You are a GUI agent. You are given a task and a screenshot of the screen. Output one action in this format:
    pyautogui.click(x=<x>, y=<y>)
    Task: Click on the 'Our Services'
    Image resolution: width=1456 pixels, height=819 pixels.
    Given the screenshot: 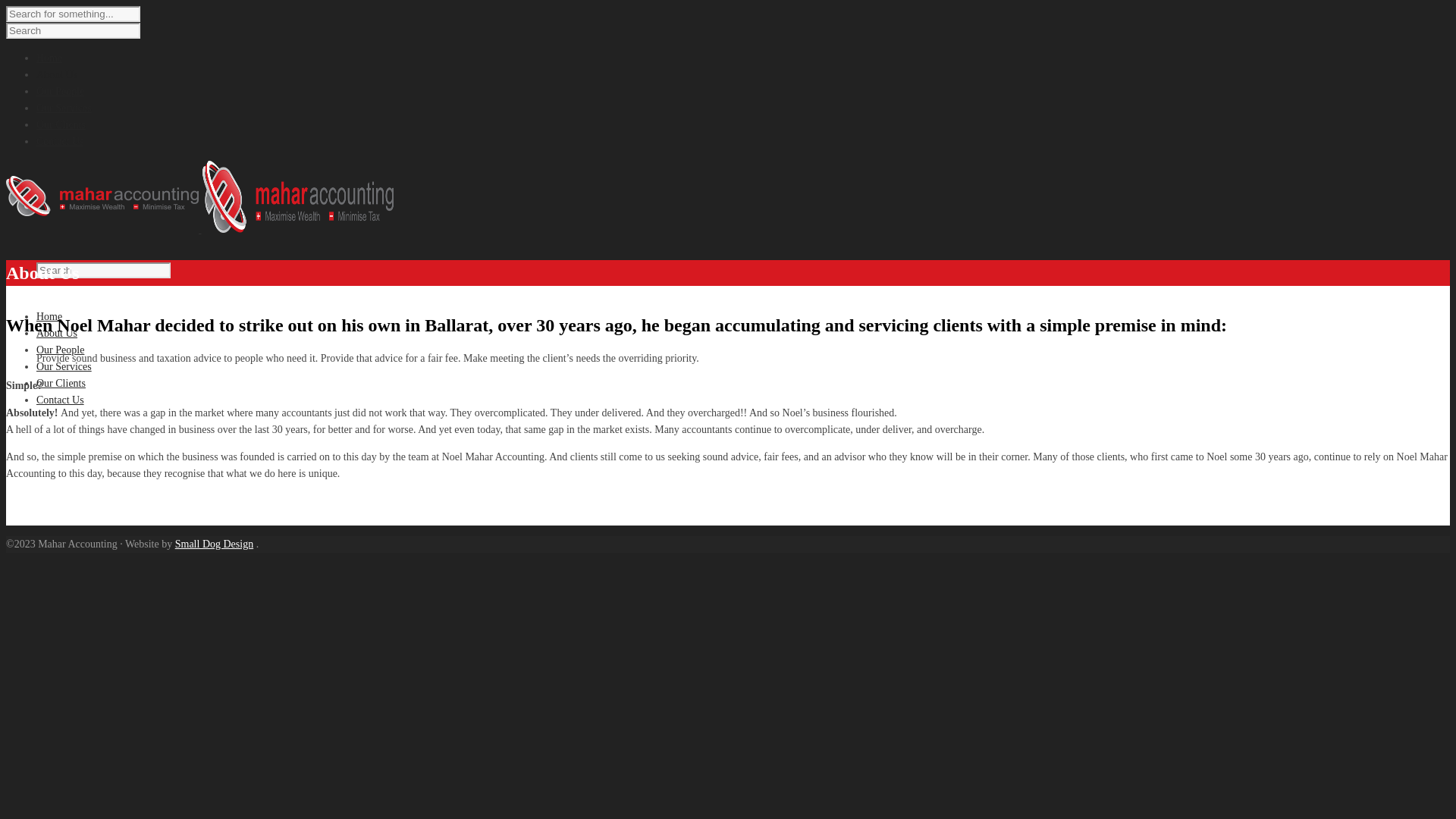 What is the action you would take?
    pyautogui.click(x=63, y=107)
    